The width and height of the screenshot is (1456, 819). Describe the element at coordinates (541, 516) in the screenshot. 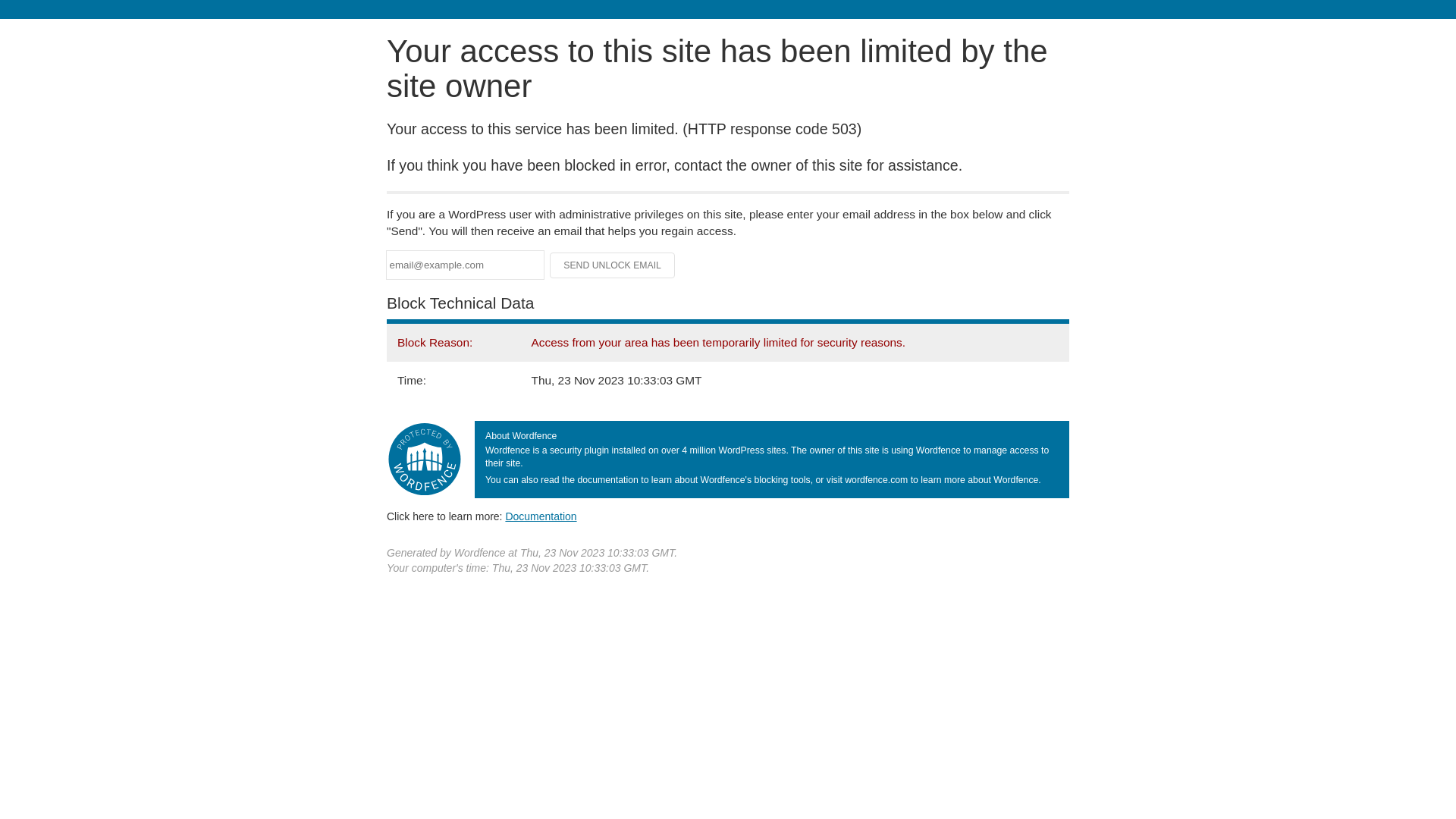

I see `'Documentation'` at that location.